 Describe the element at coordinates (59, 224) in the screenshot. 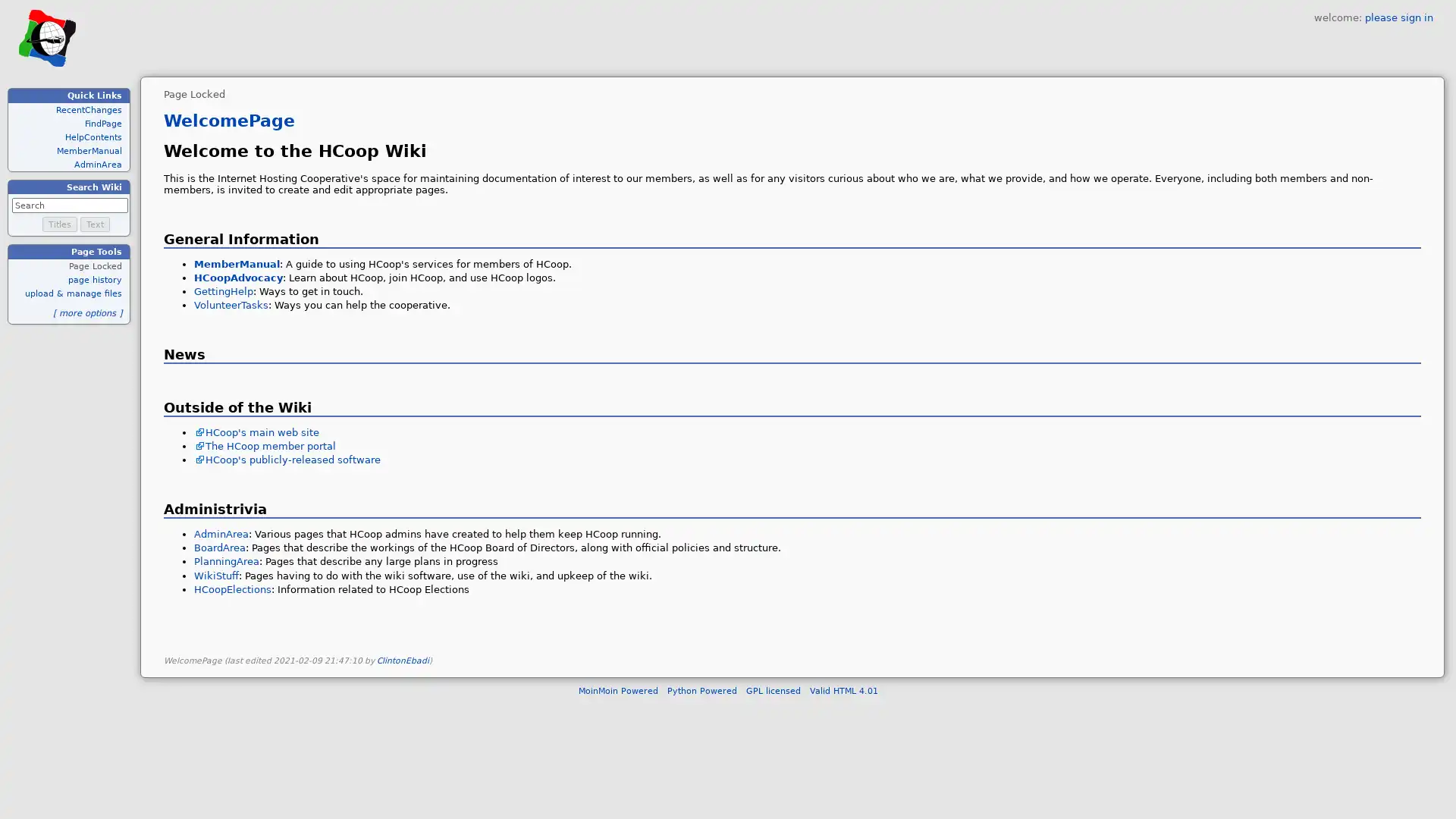

I see `Titles` at that location.